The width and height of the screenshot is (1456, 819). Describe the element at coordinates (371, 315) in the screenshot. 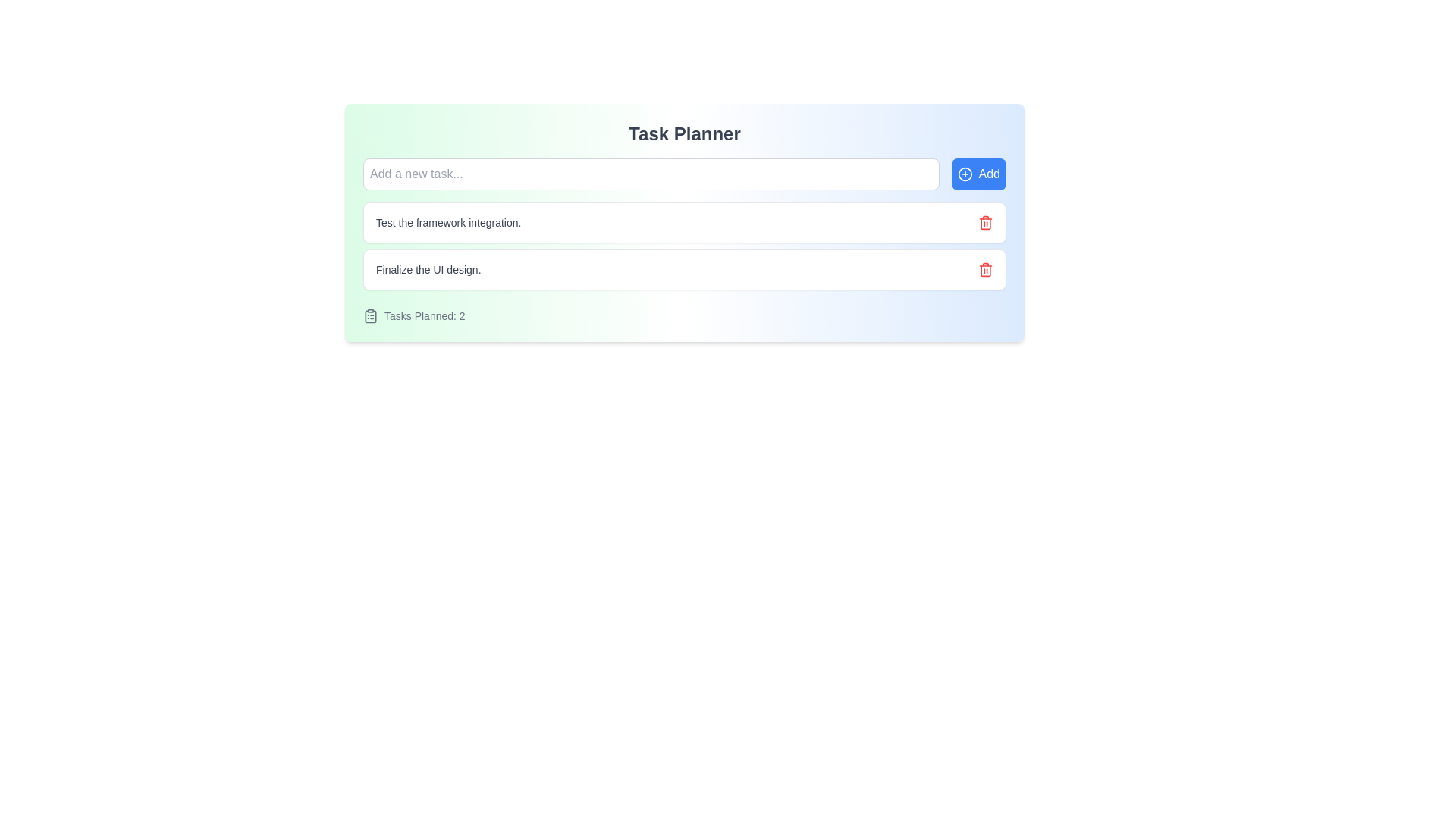

I see `the clipboard icon styled with a minimalistic design located to the left of 'Tasks Planned: 2' in the 'Task Planner' card` at that location.